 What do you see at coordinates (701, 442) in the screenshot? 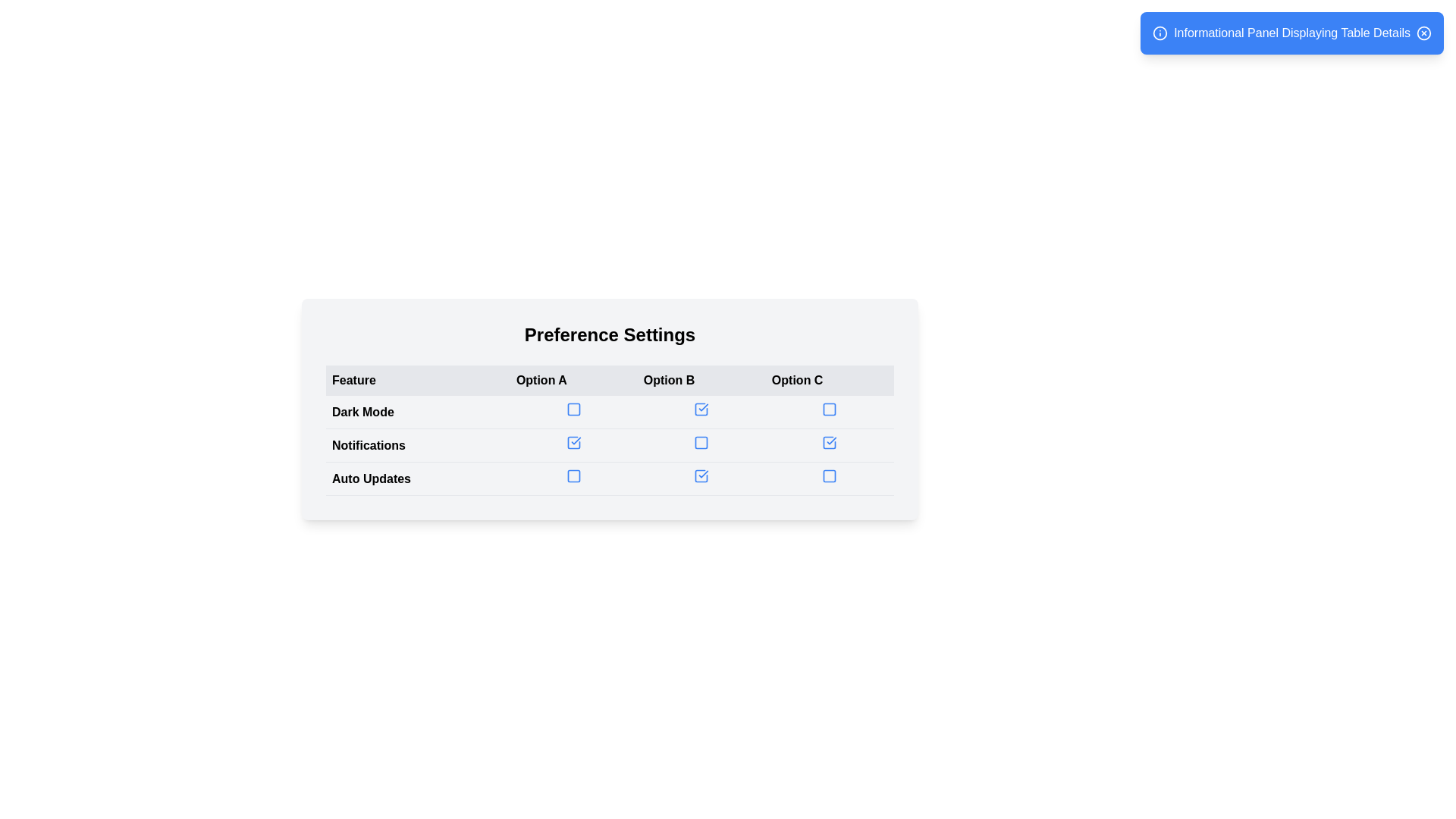
I see `the checkbox for 'Option B' under 'Notifications' in the 'Preference Settings' section to activate it for keyboard-based interactions` at bounding box center [701, 442].